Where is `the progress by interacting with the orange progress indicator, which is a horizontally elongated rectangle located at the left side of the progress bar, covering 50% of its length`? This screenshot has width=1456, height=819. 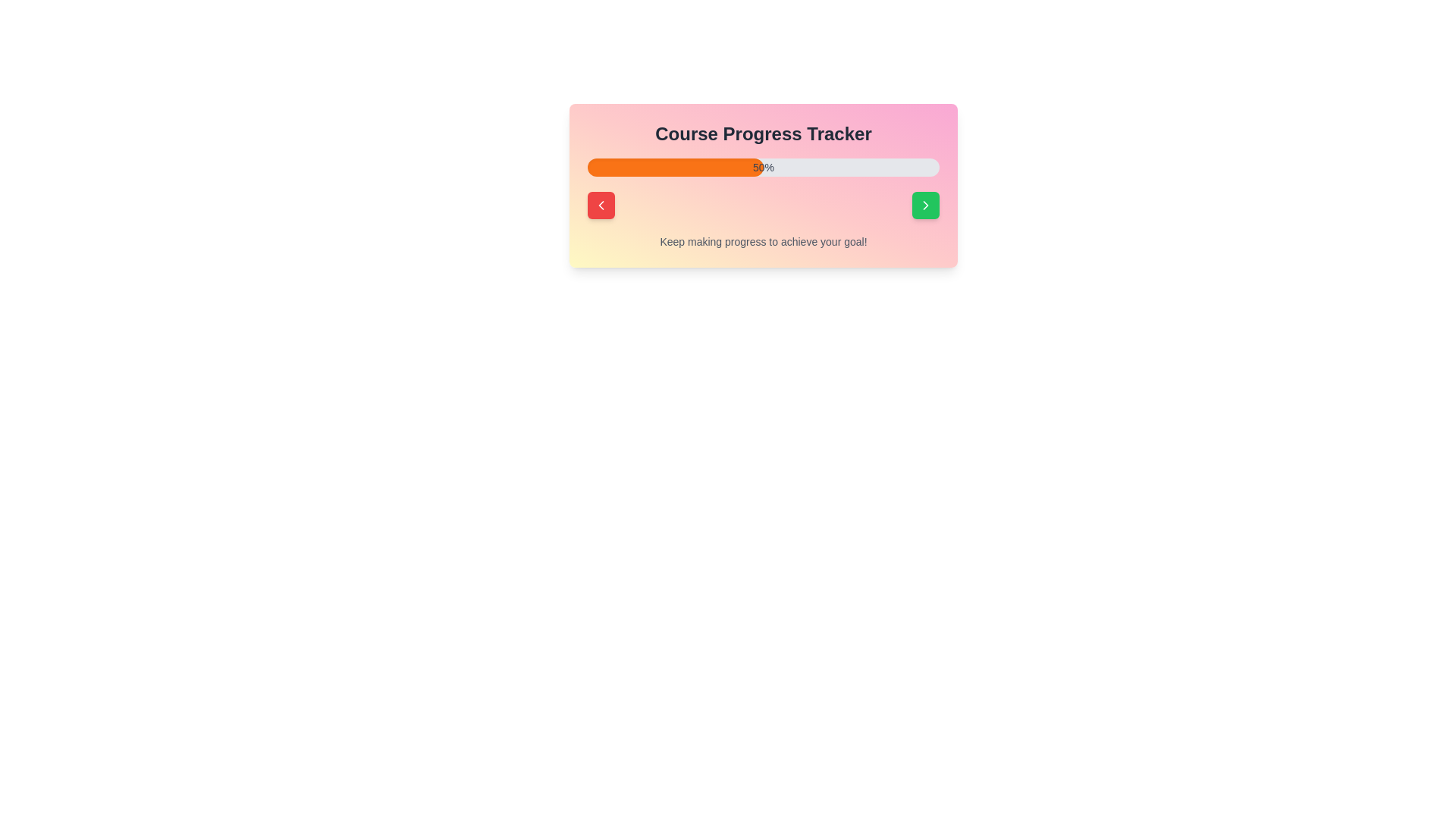 the progress by interacting with the orange progress indicator, which is a horizontally elongated rectangle located at the left side of the progress bar, covering 50% of its length is located at coordinates (675, 167).